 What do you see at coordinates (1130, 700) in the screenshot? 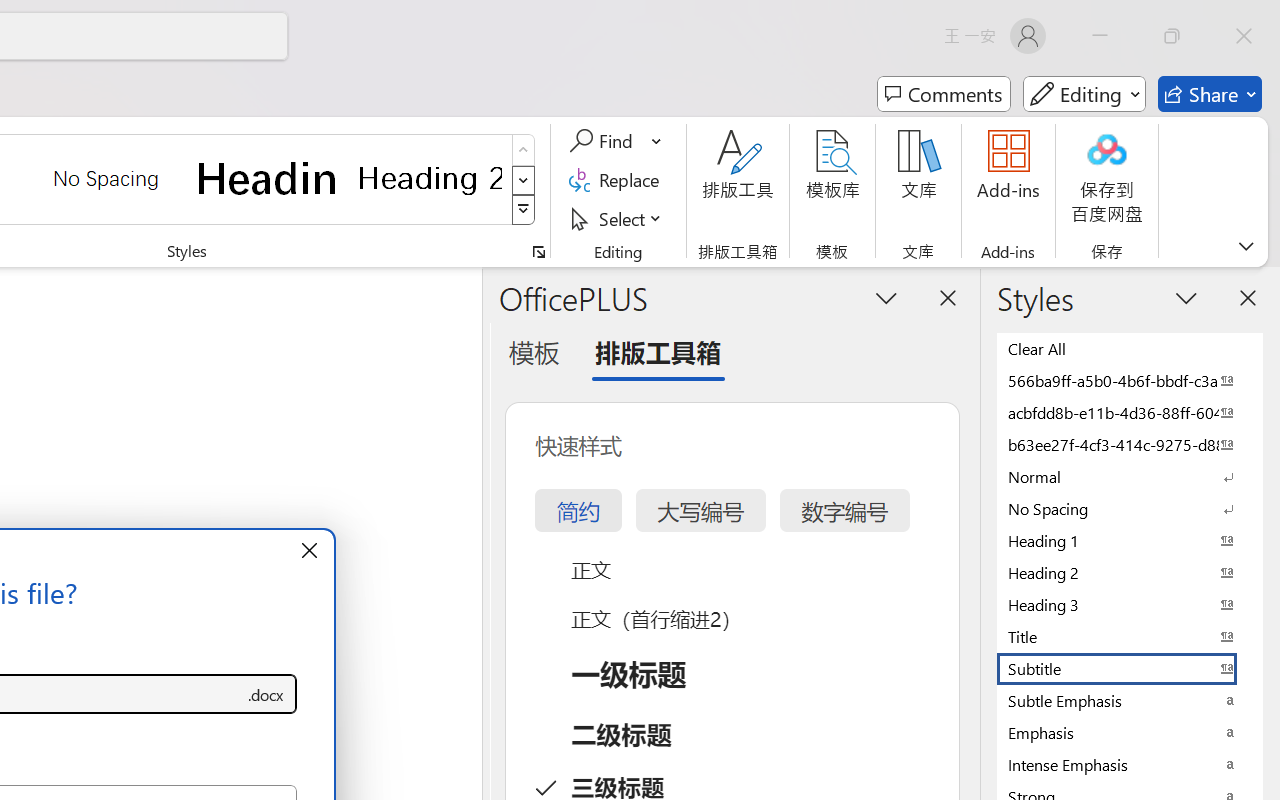
I see `'Subtle Emphasis'` at bounding box center [1130, 700].